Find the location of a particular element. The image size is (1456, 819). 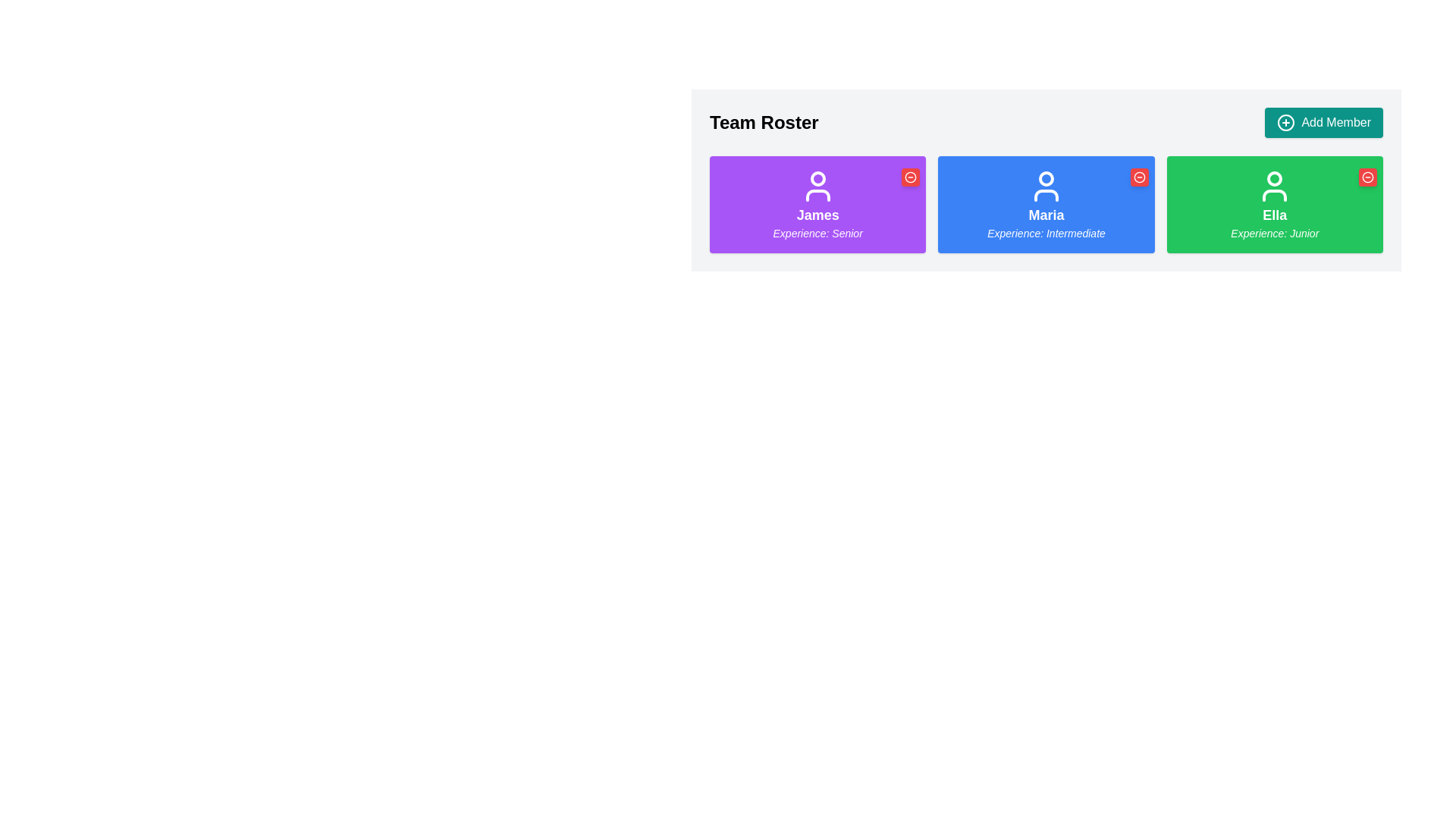

the Information card displaying the text 'Ella' in bold with a green background and subtitle 'Experience: Junior' in italic is located at coordinates (1274, 205).